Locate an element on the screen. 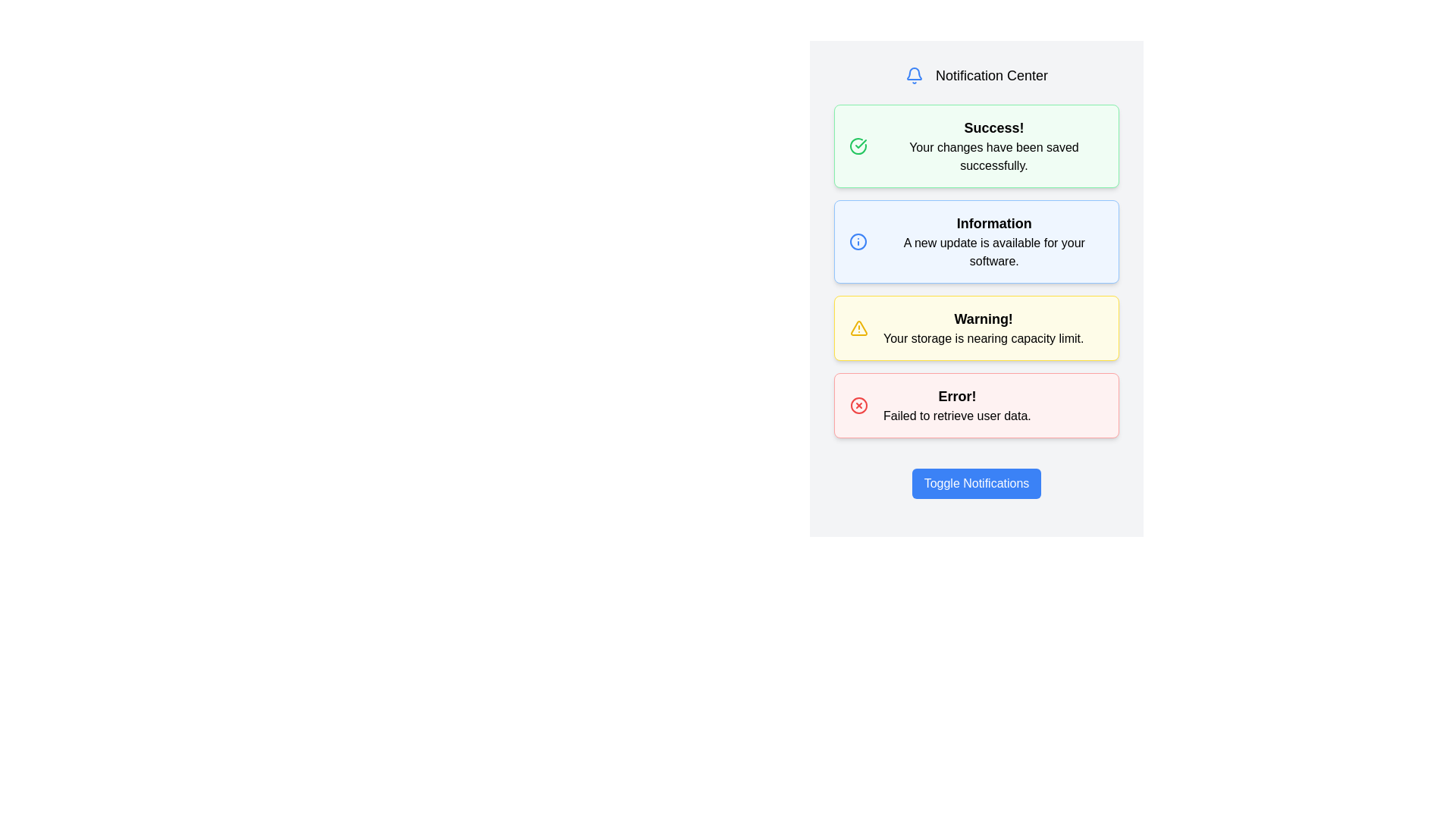  the warning icon located in the third notification card labeled 'Warning! Your storage is nearing capacity limit.' to acknowledge the warning is located at coordinates (858, 327).